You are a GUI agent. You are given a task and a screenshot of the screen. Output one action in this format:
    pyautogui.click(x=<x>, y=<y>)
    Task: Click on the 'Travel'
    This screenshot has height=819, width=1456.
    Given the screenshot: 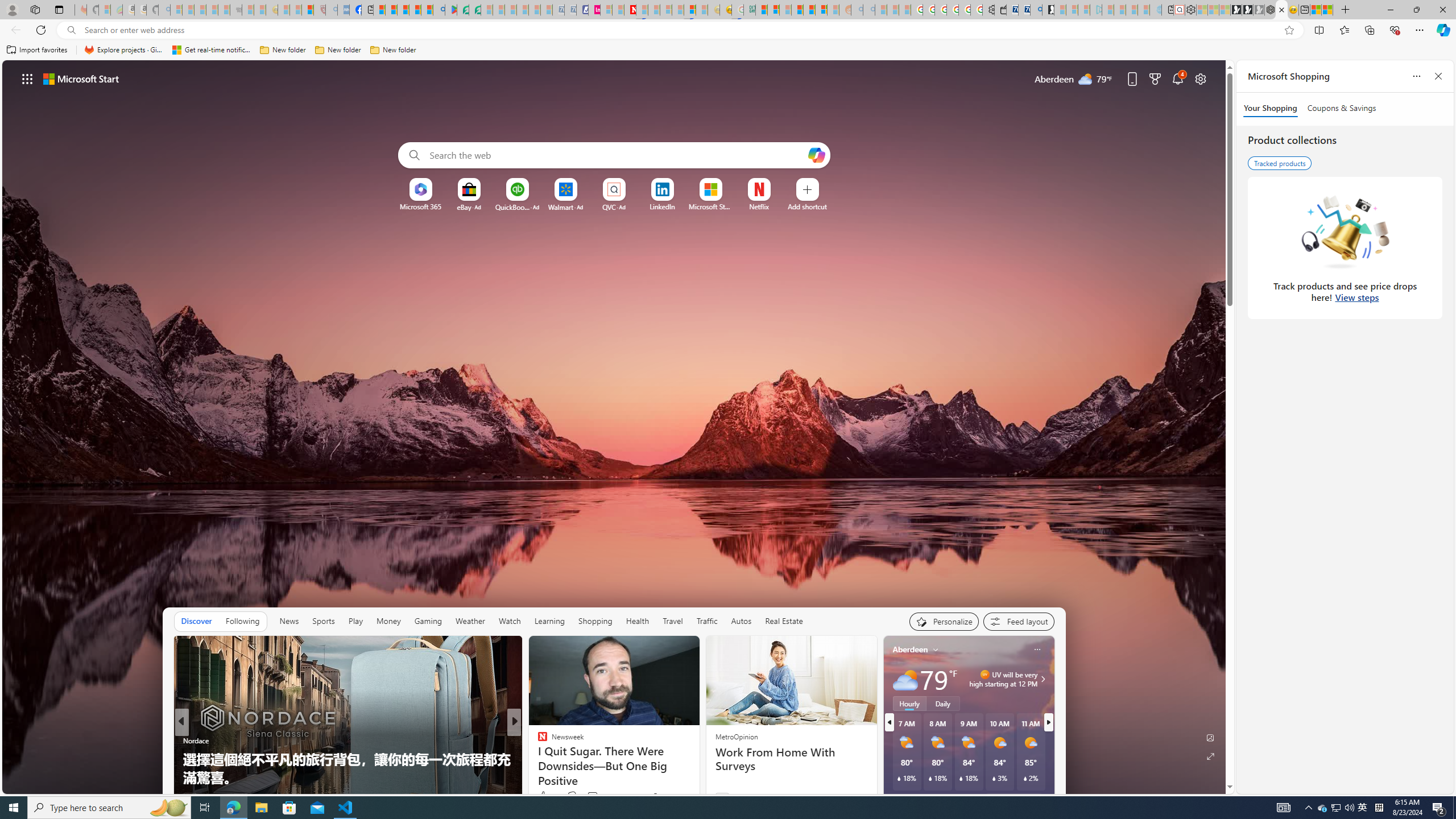 What is the action you would take?
    pyautogui.click(x=672, y=621)
    